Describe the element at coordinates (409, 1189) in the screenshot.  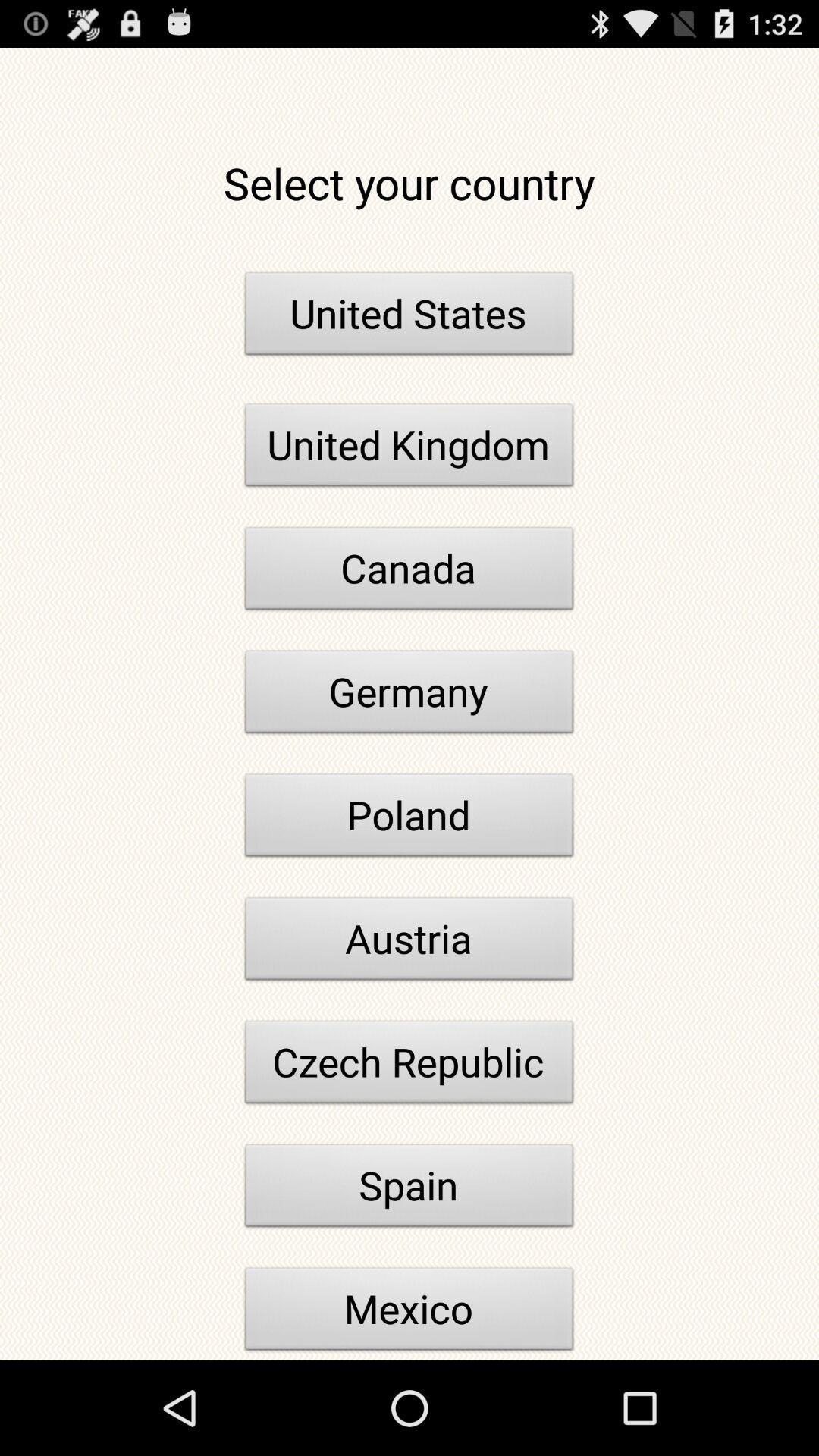
I see `item above mexico item` at that location.